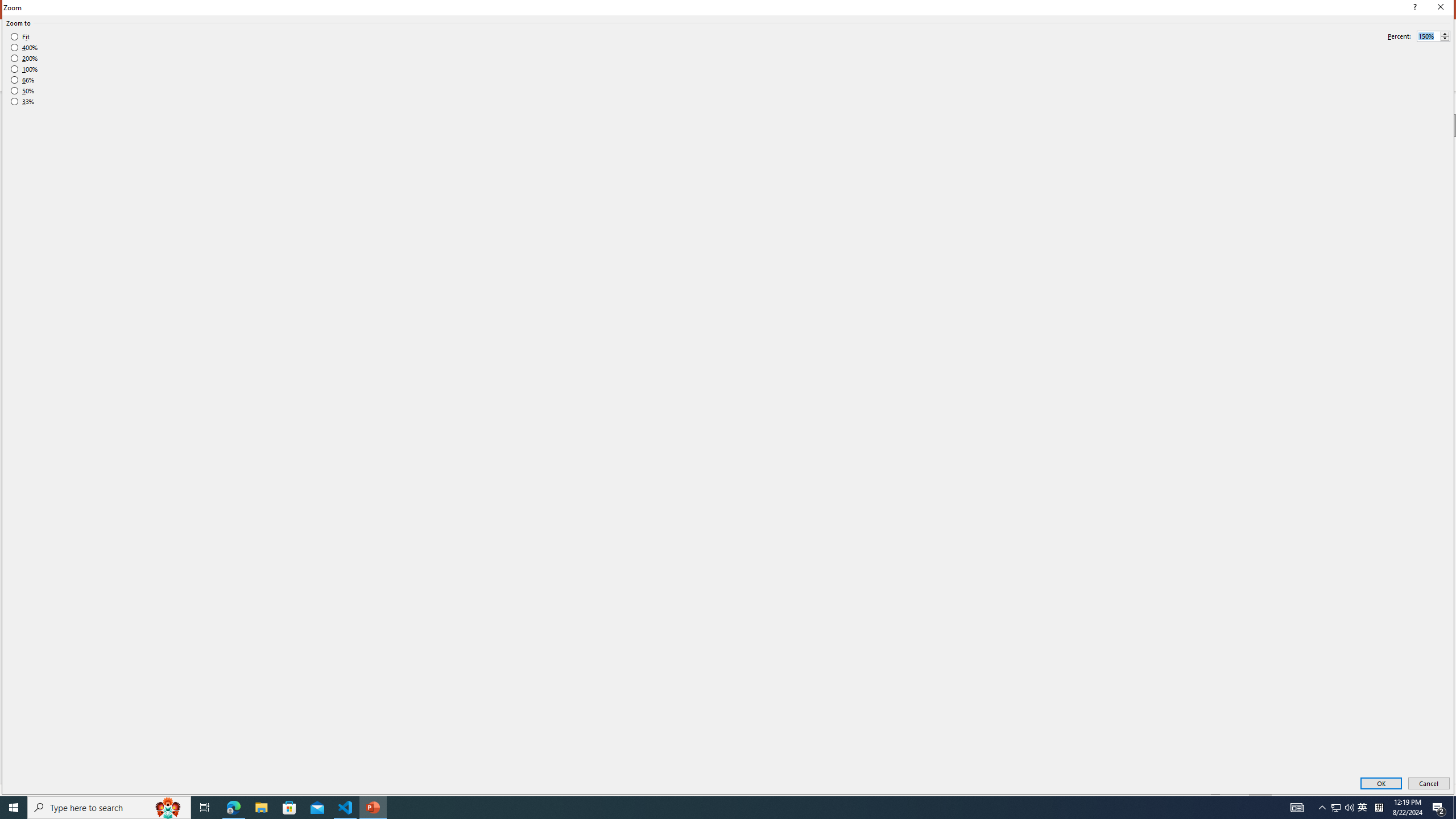 The image size is (1456, 819). What do you see at coordinates (22, 102) in the screenshot?
I see `'33%'` at bounding box center [22, 102].